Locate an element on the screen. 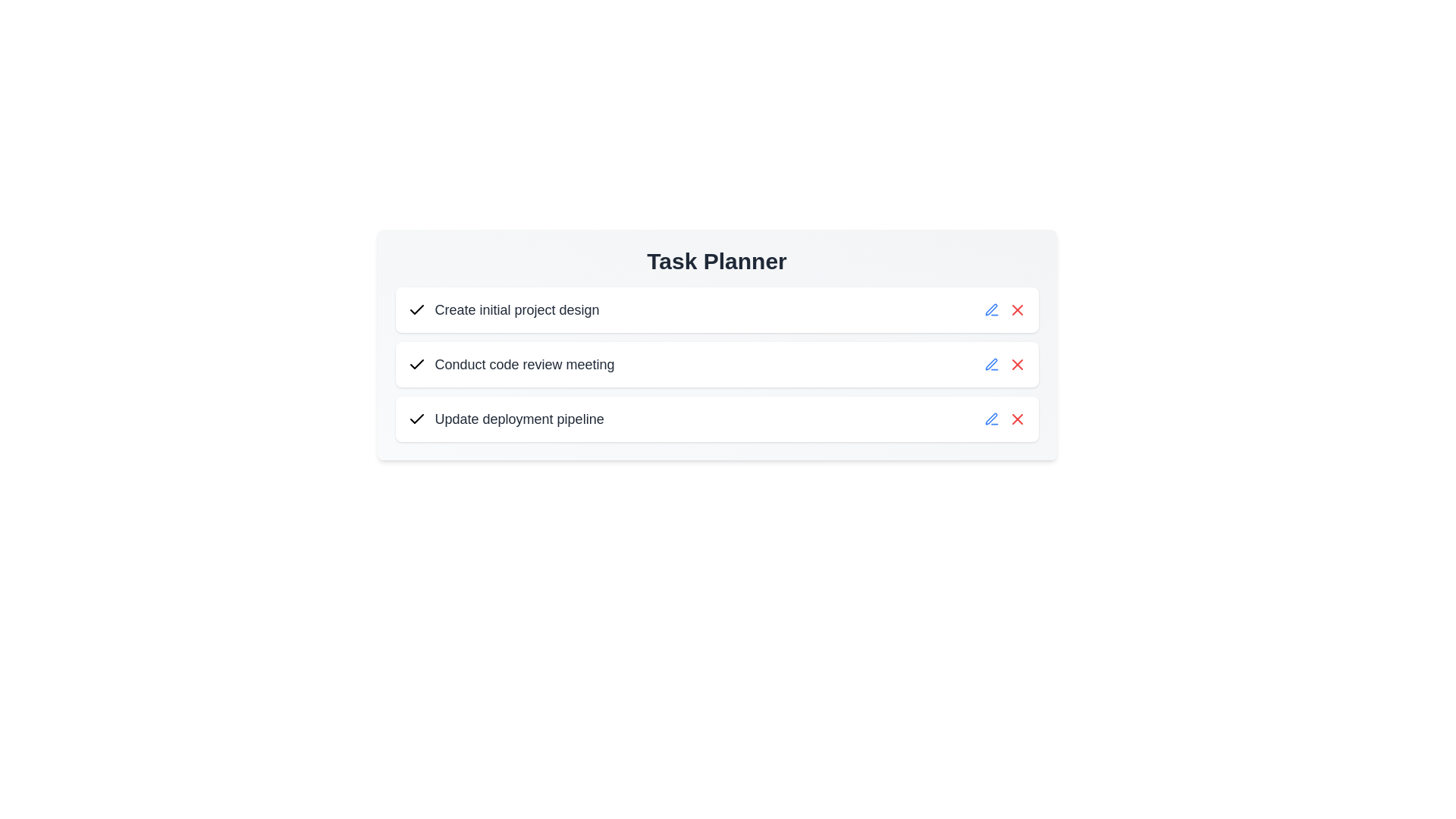 The image size is (1456, 819). the red cross icon SVG graphic located in the 'Conduct code review meeting' row of the task list is located at coordinates (1017, 365).